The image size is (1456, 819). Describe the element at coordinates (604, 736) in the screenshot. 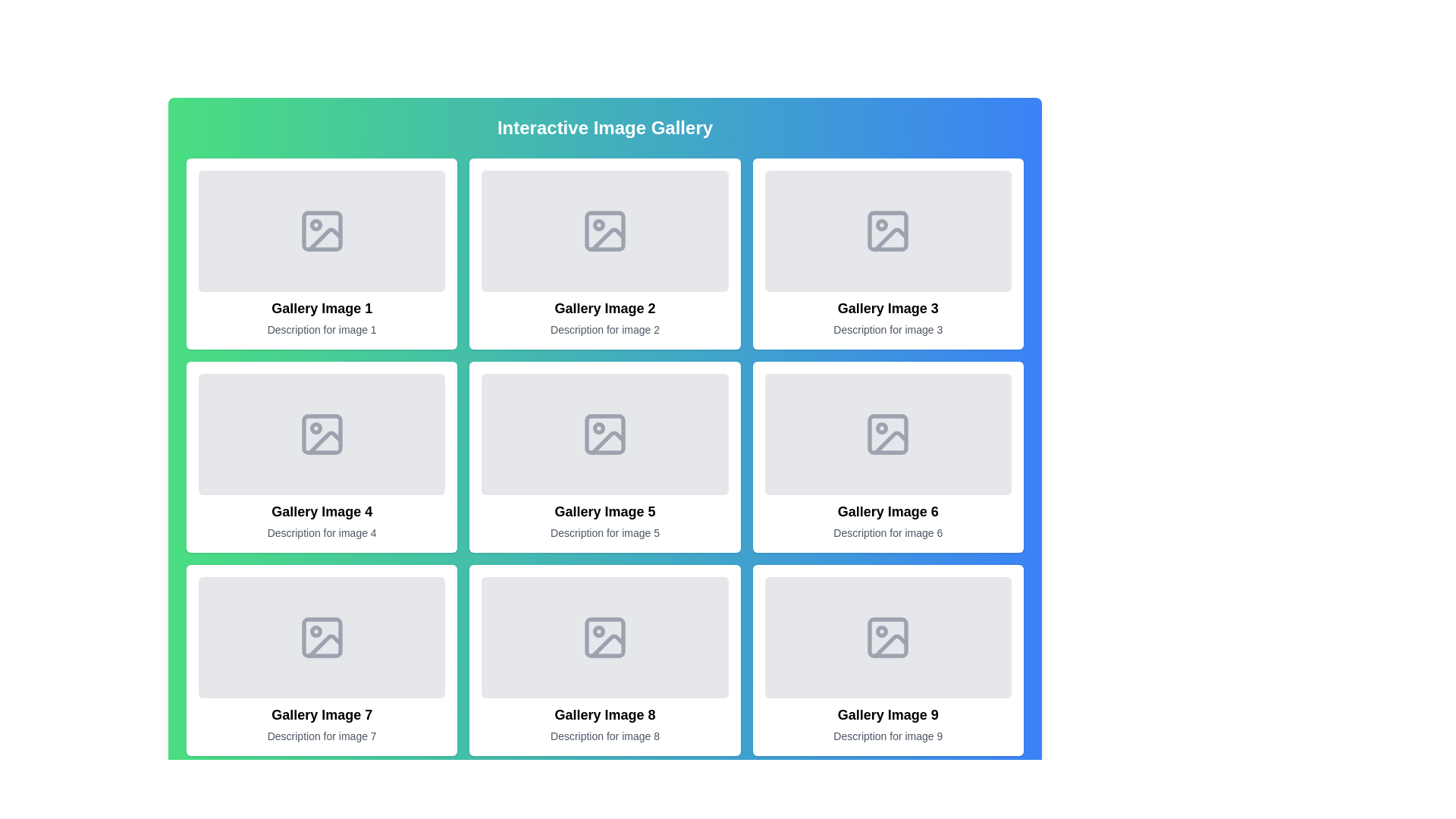

I see `the text label reading 'Description for image 8', which is styled in gray and positioned beneath 'Gallery Image 8' in the third row and second column of the grid layout` at that location.